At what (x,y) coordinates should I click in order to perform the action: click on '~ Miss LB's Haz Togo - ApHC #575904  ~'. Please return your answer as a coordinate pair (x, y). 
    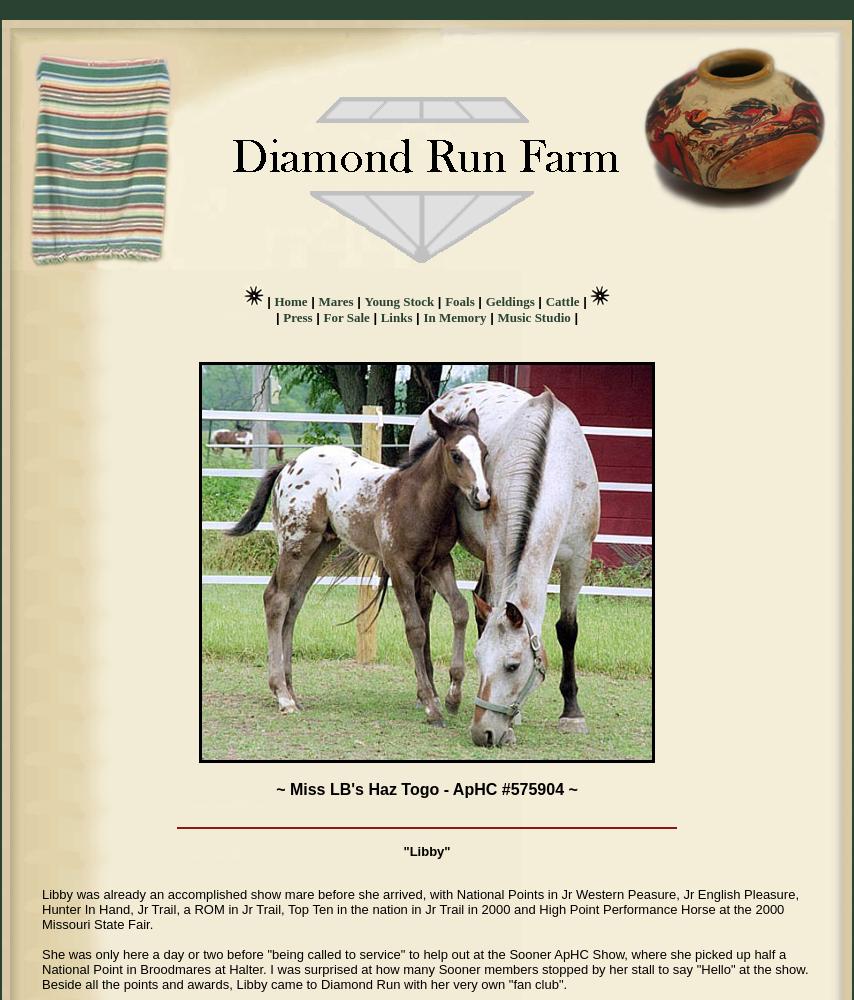
    Looking at the image, I should click on (426, 789).